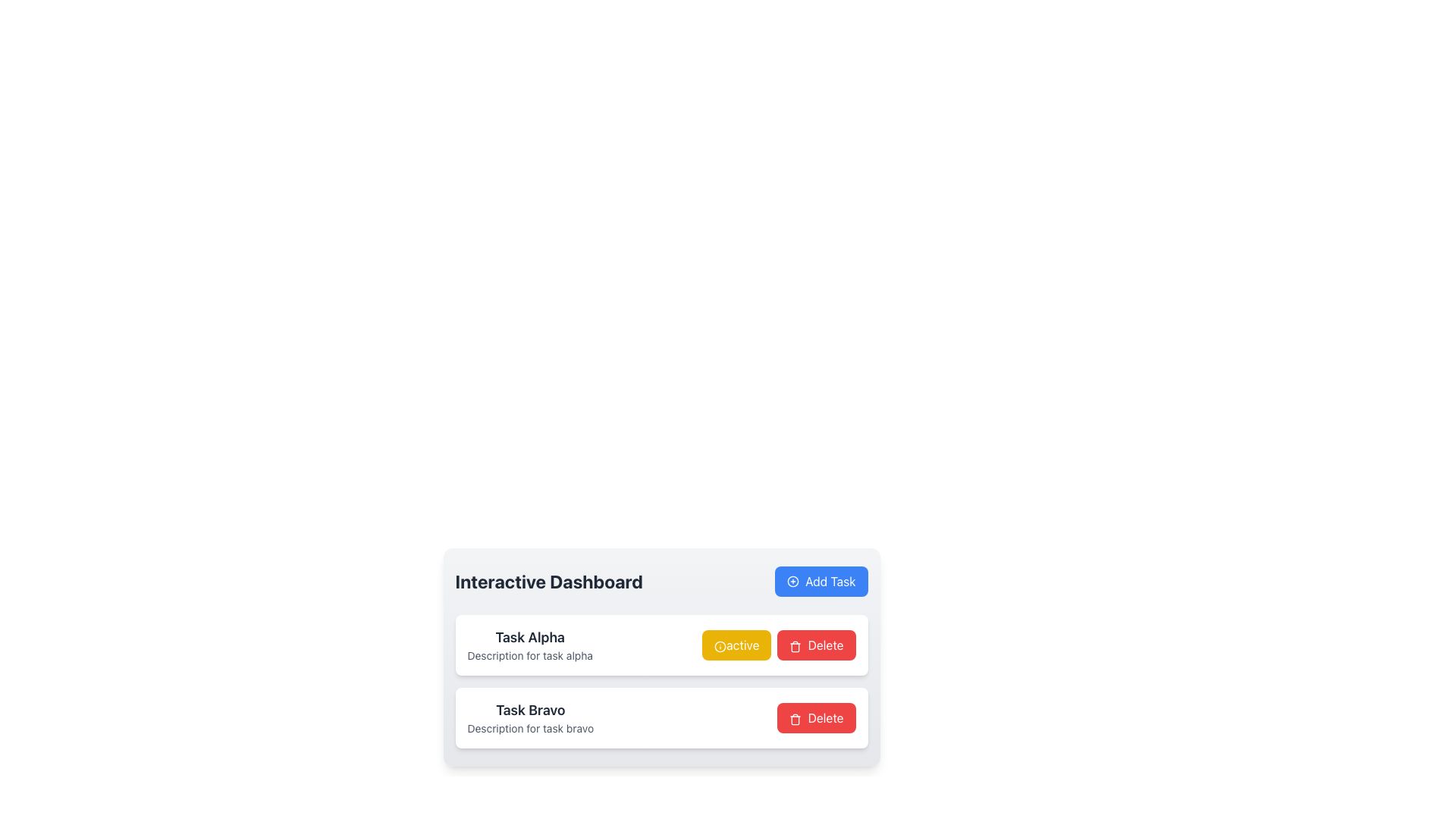  What do you see at coordinates (821, 581) in the screenshot?
I see `the rectangular button with a blue background and white text reading 'Add Task' to trigger hover effects` at bounding box center [821, 581].